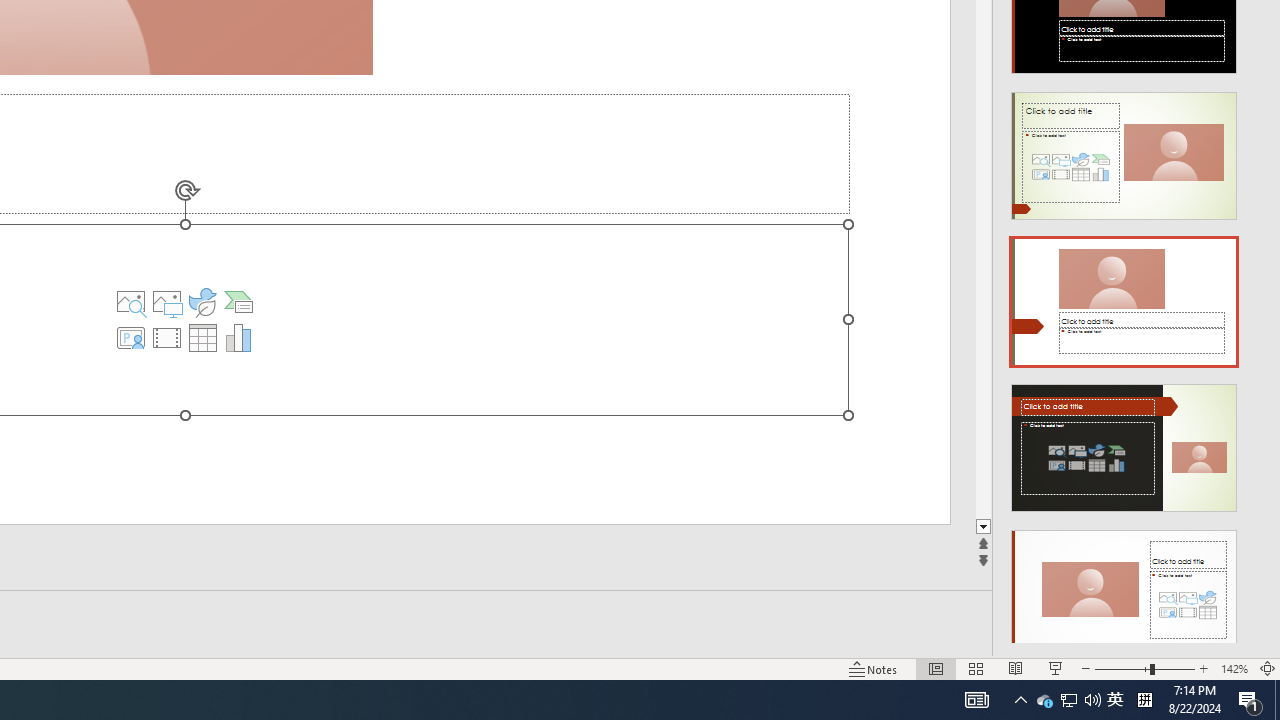 Image resolution: width=1280 pixels, height=720 pixels. Describe the element at coordinates (167, 302) in the screenshot. I see `'Pictures'` at that location.